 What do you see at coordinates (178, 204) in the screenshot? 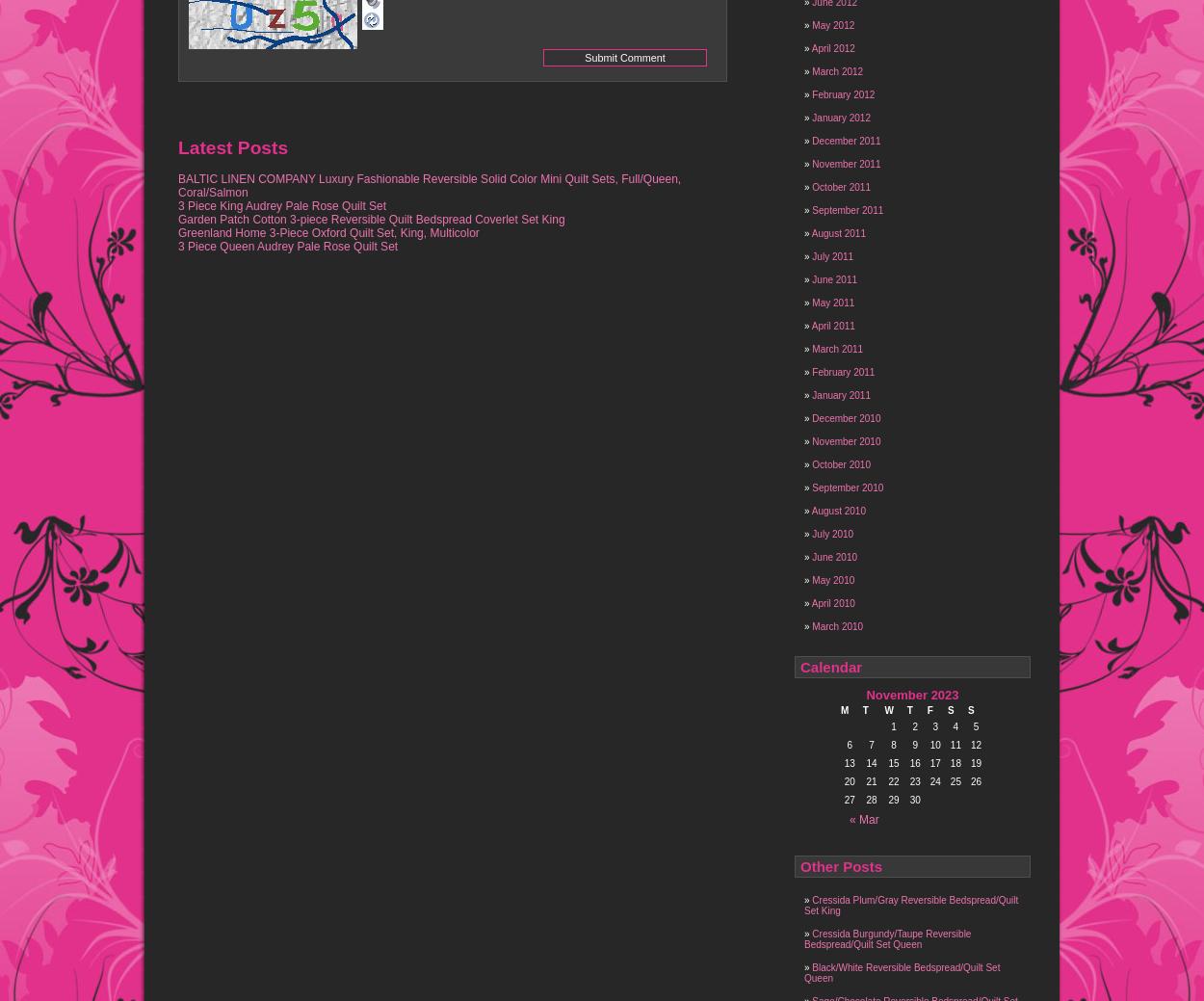
I see `'3 Piece King Audrey Pale Rose Quilt Set'` at bounding box center [178, 204].